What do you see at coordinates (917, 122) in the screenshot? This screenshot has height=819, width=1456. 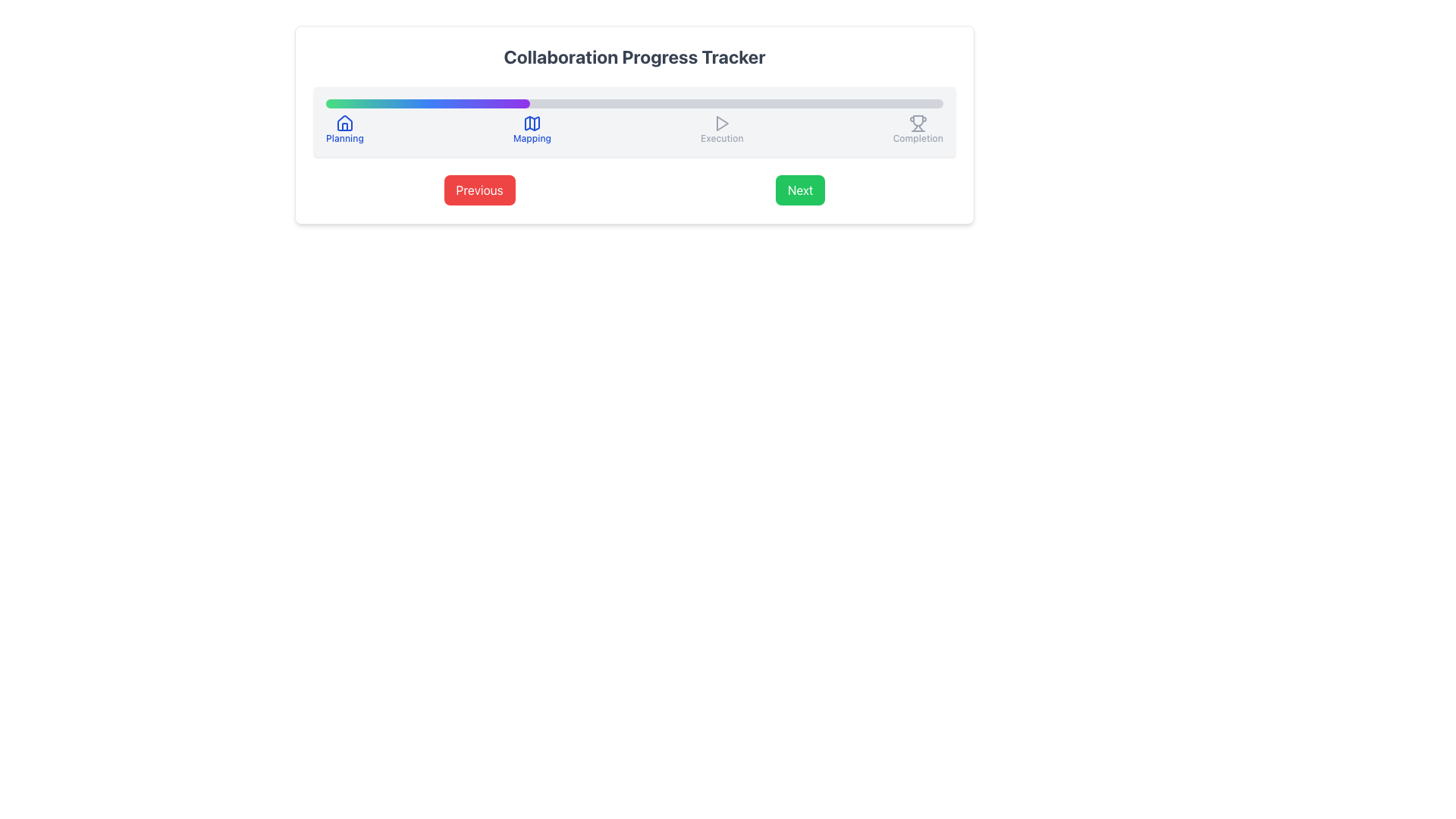 I see `the trophy icon located above the text 'Completion', which is positioned at the far right of the progression bar interface` at bounding box center [917, 122].